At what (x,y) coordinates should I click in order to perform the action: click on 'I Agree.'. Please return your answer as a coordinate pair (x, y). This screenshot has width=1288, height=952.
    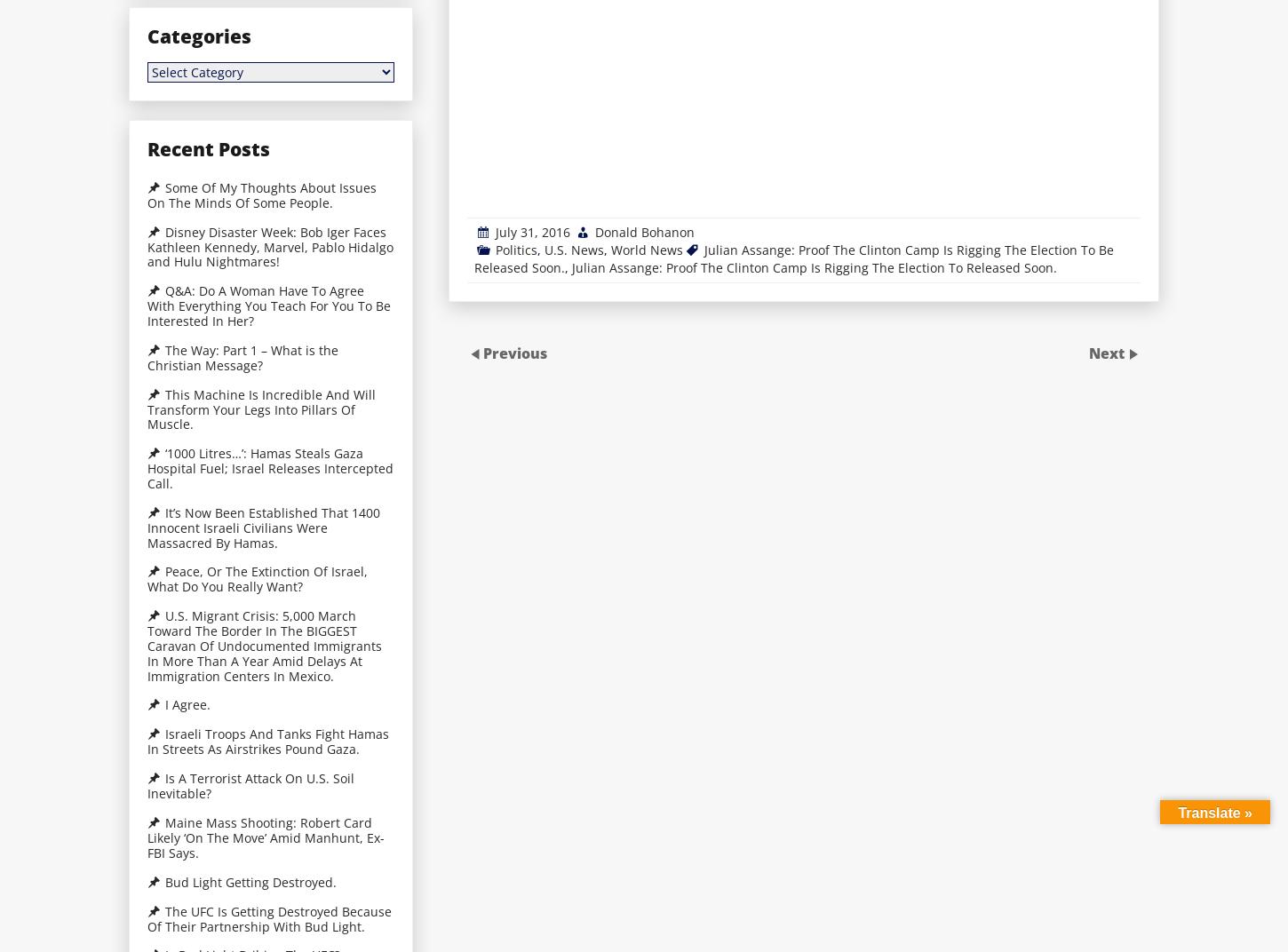
    Looking at the image, I should click on (187, 704).